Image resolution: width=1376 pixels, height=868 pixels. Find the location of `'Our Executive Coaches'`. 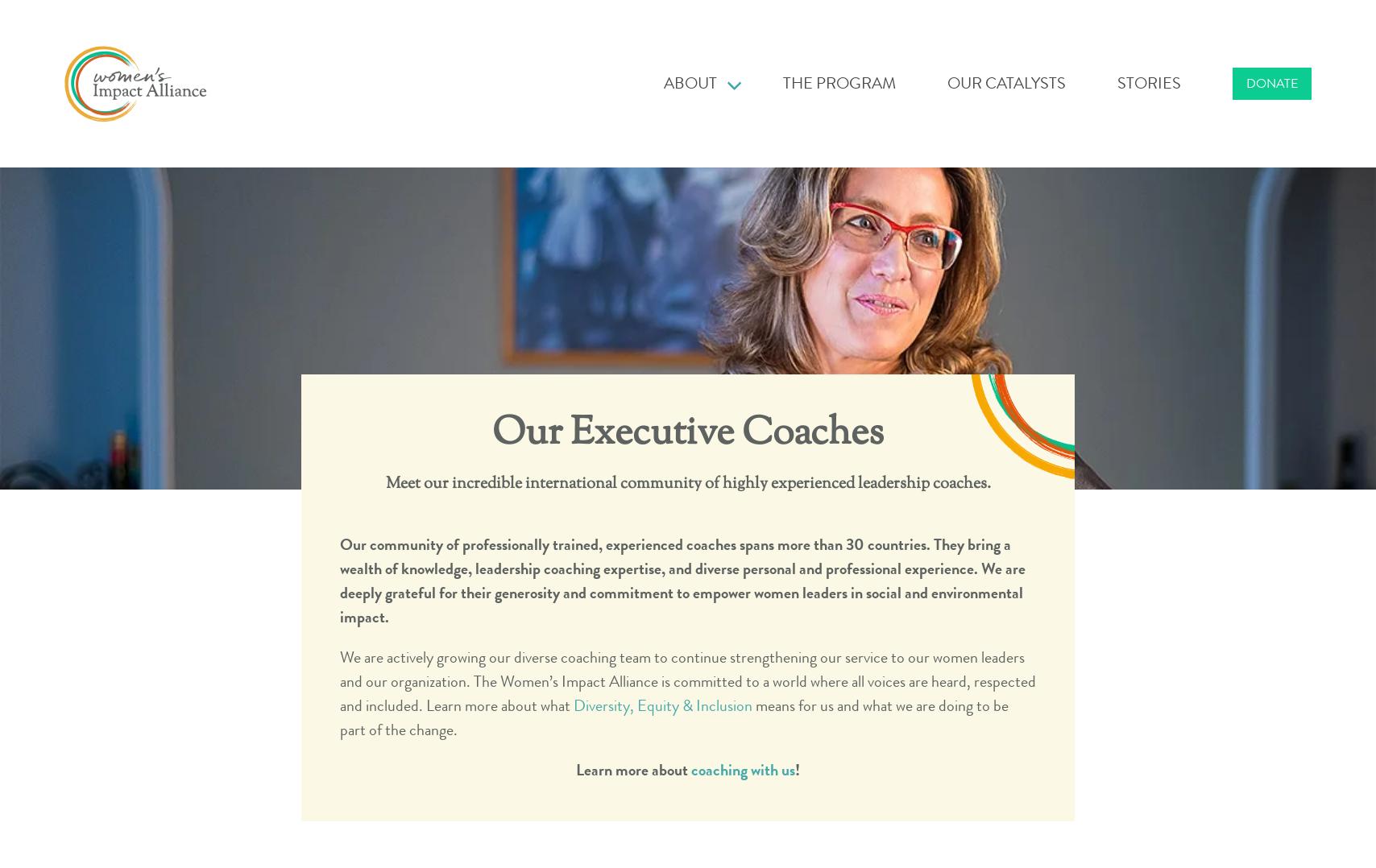

'Our Executive Coaches' is located at coordinates (688, 434).